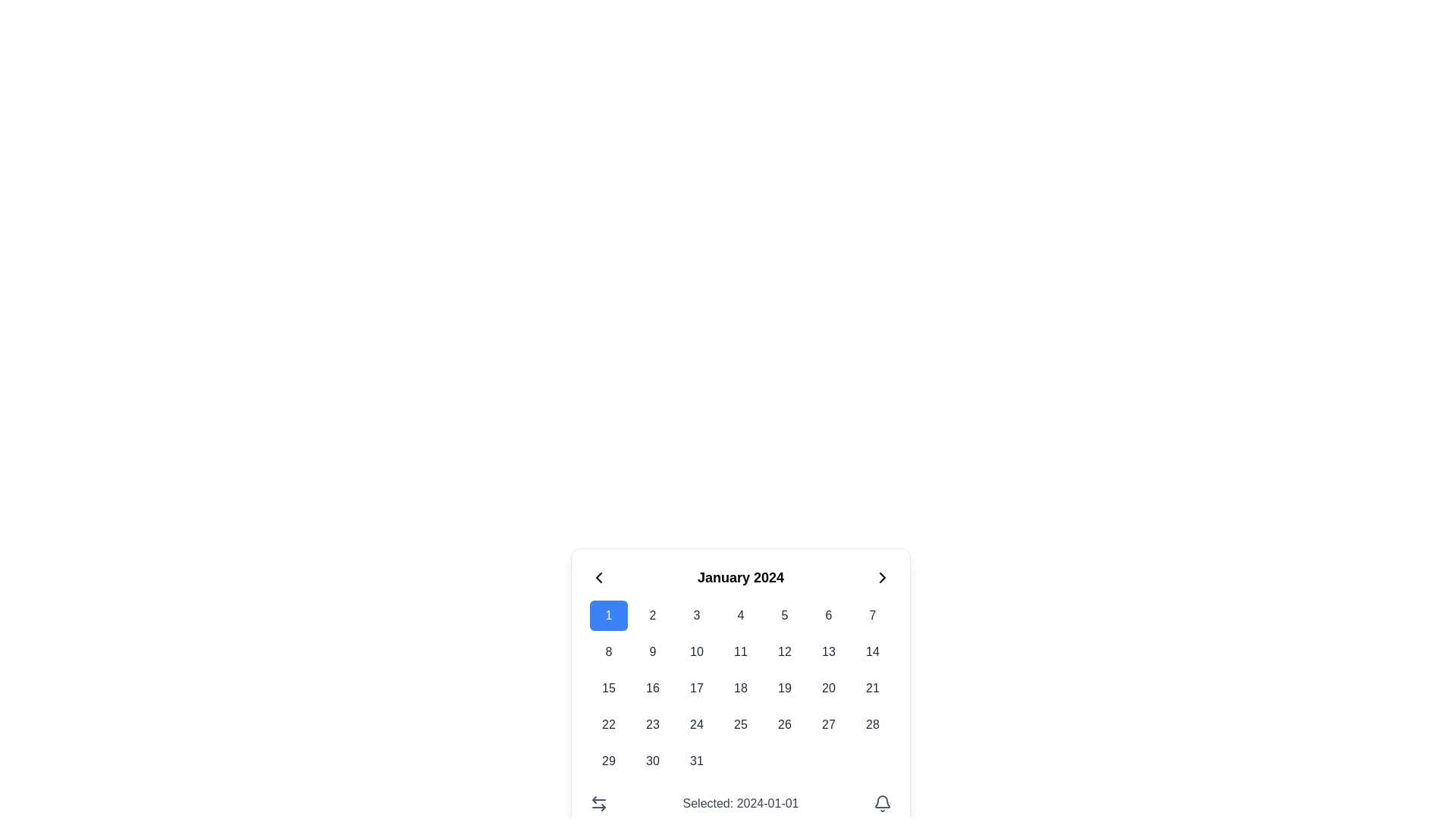  Describe the element at coordinates (652, 761) in the screenshot. I see `the numeric label button displaying the number '30' in the calendar grid` at that location.